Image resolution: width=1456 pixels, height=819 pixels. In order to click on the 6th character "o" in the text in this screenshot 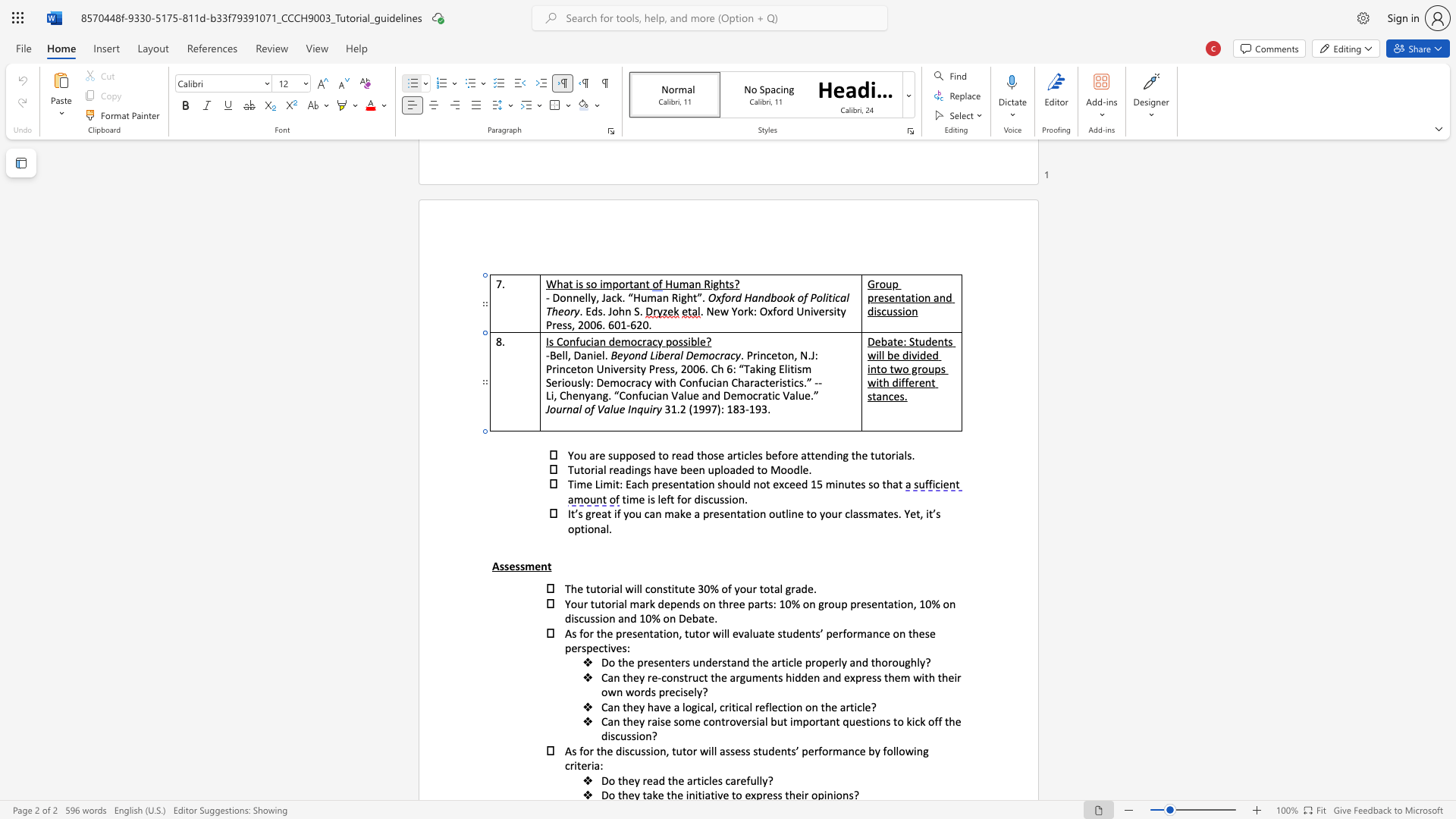, I will do `click(900, 720)`.